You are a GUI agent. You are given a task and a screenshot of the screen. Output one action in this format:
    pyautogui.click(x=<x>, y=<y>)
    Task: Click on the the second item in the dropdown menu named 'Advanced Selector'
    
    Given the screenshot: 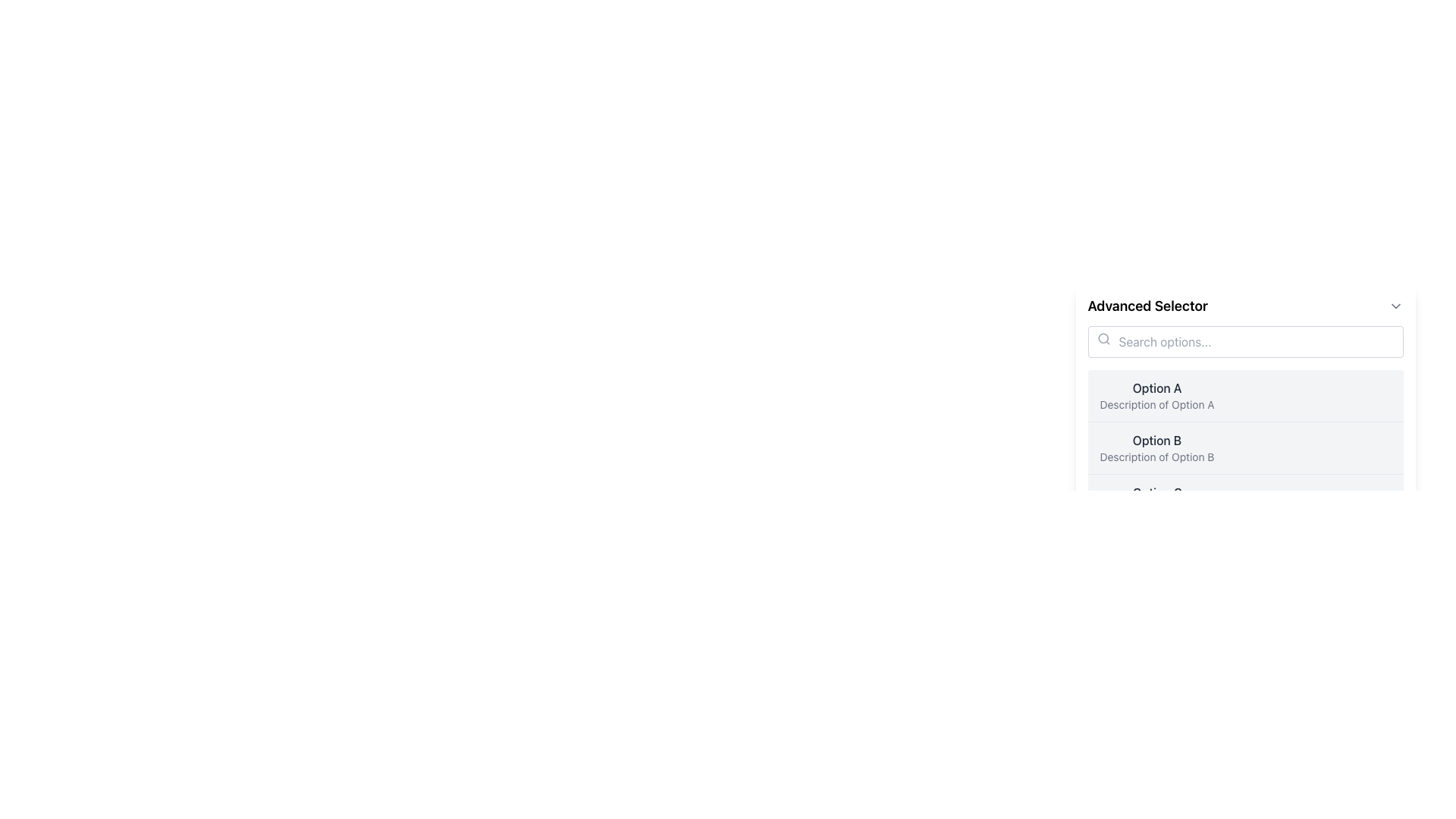 What is the action you would take?
    pyautogui.click(x=1156, y=447)
    